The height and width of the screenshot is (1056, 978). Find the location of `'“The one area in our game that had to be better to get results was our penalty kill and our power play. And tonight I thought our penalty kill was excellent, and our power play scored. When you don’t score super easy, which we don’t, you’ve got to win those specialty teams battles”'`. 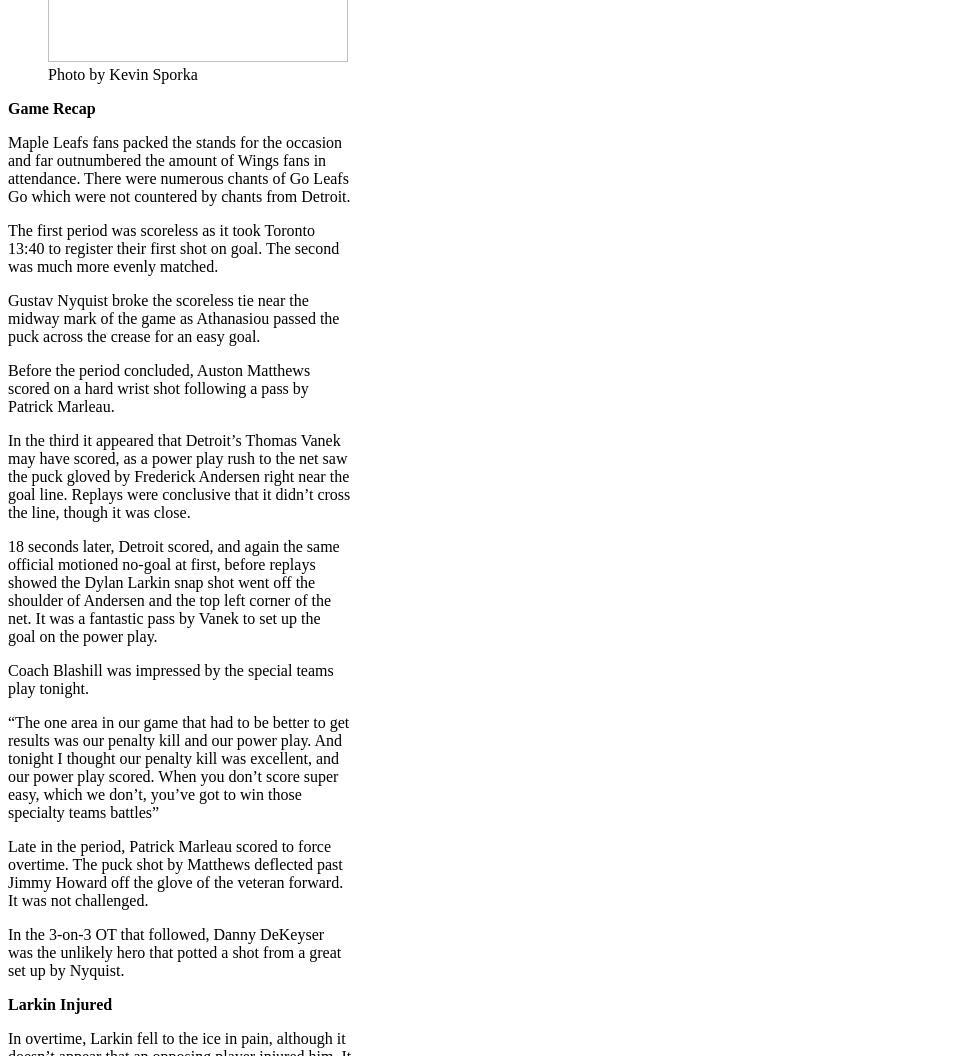

'“The one area in our game that had to be better to get results was our penalty kill and our power play. And tonight I thought our penalty kill was excellent, and our power play scored. When you don’t score super easy, which we don’t, you’ve got to win those specialty teams battles”' is located at coordinates (8, 766).